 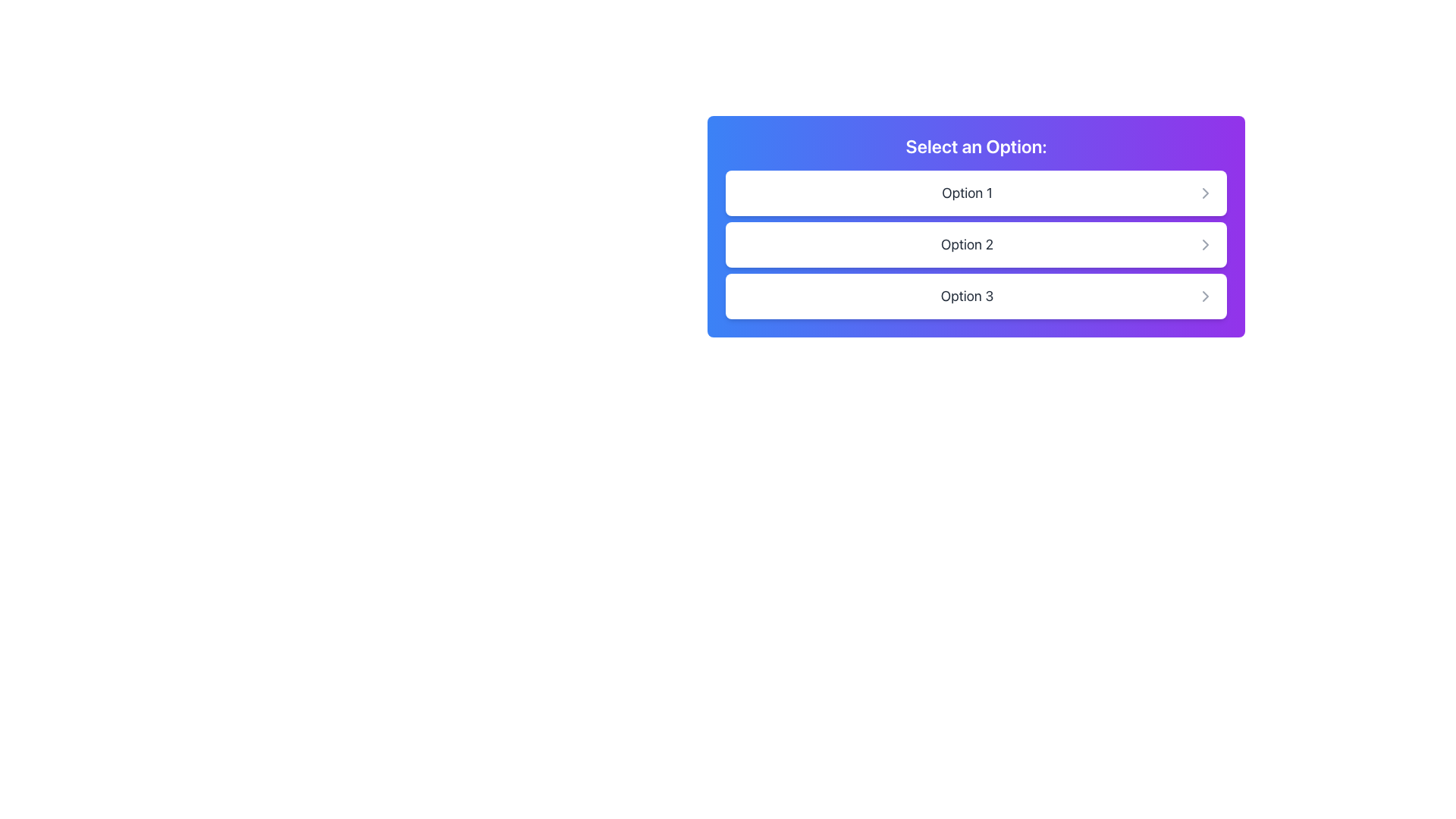 What do you see at coordinates (1204, 192) in the screenshot?
I see `the Chevron Right icon located at the rightmost position of the 'Option 1' button` at bounding box center [1204, 192].